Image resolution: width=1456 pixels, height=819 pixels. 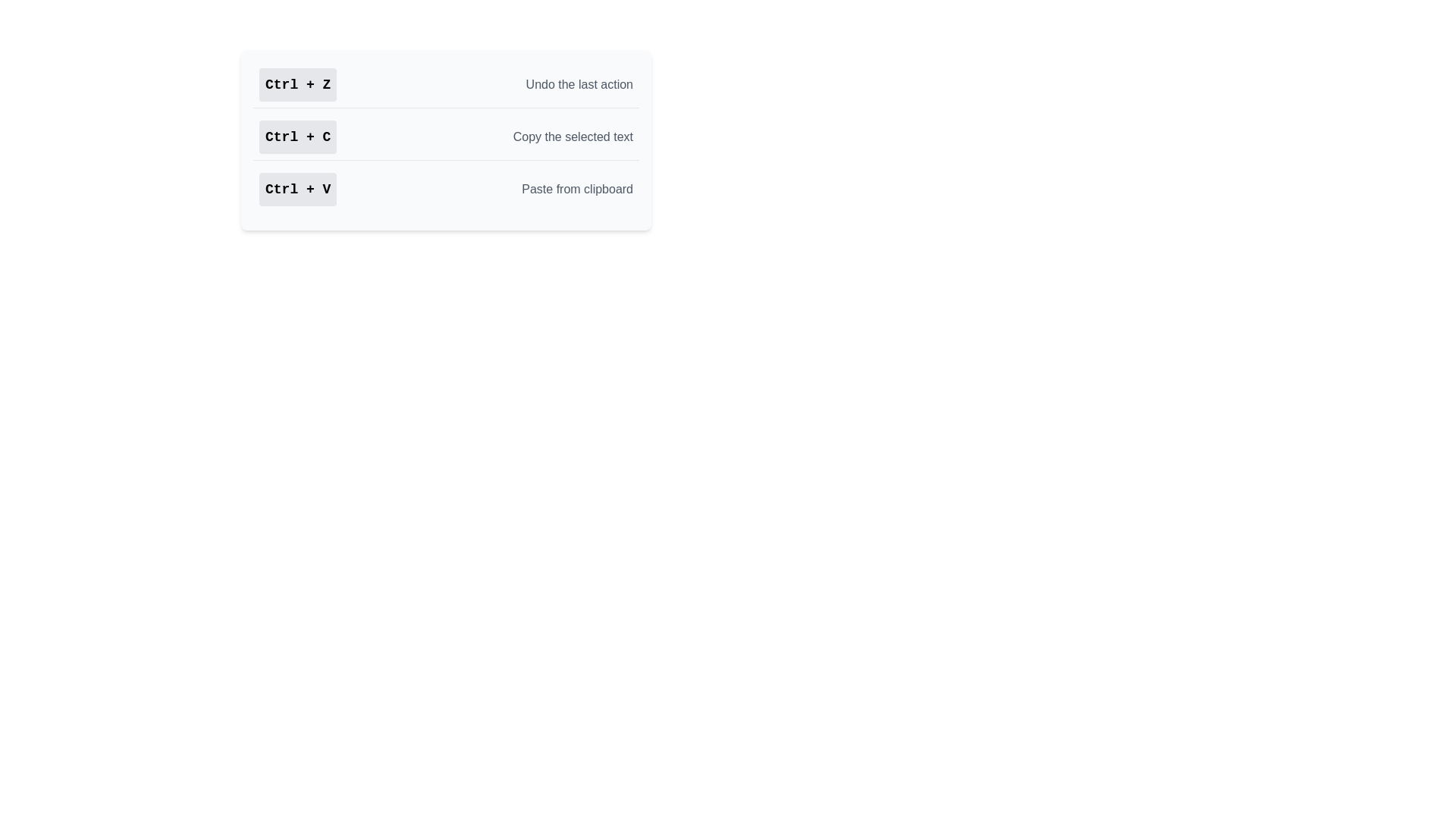 What do you see at coordinates (572, 137) in the screenshot?
I see `the informational text label that describes the action associated with a keyboard shortcut, positioned to the right of the 'Ctrl + C' label` at bounding box center [572, 137].